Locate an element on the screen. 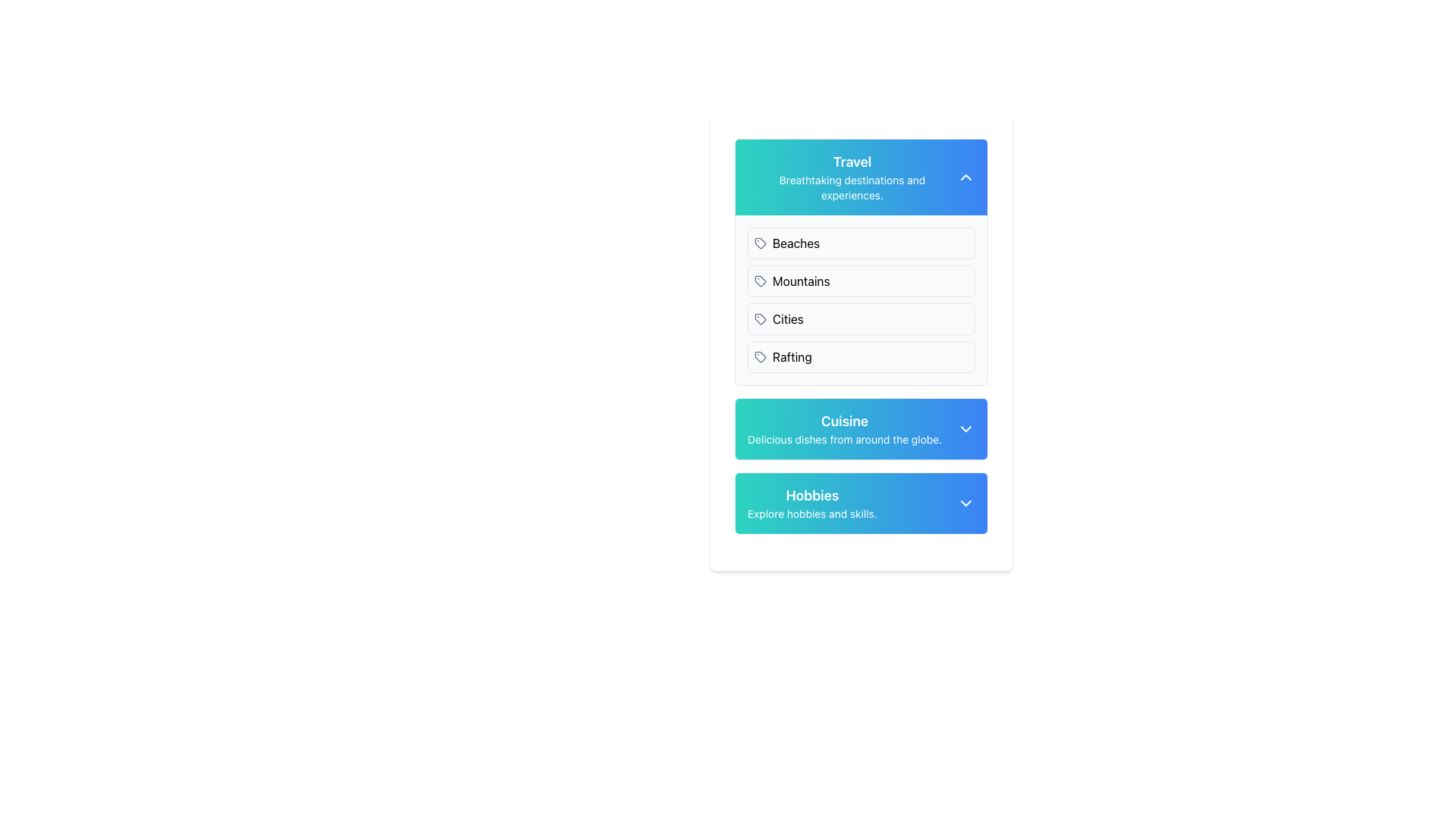 This screenshot has height=819, width=1456. the tag icon located to the left of the text 'Rafting' in the third option under the 'Travel' section of the interface is located at coordinates (761, 356).